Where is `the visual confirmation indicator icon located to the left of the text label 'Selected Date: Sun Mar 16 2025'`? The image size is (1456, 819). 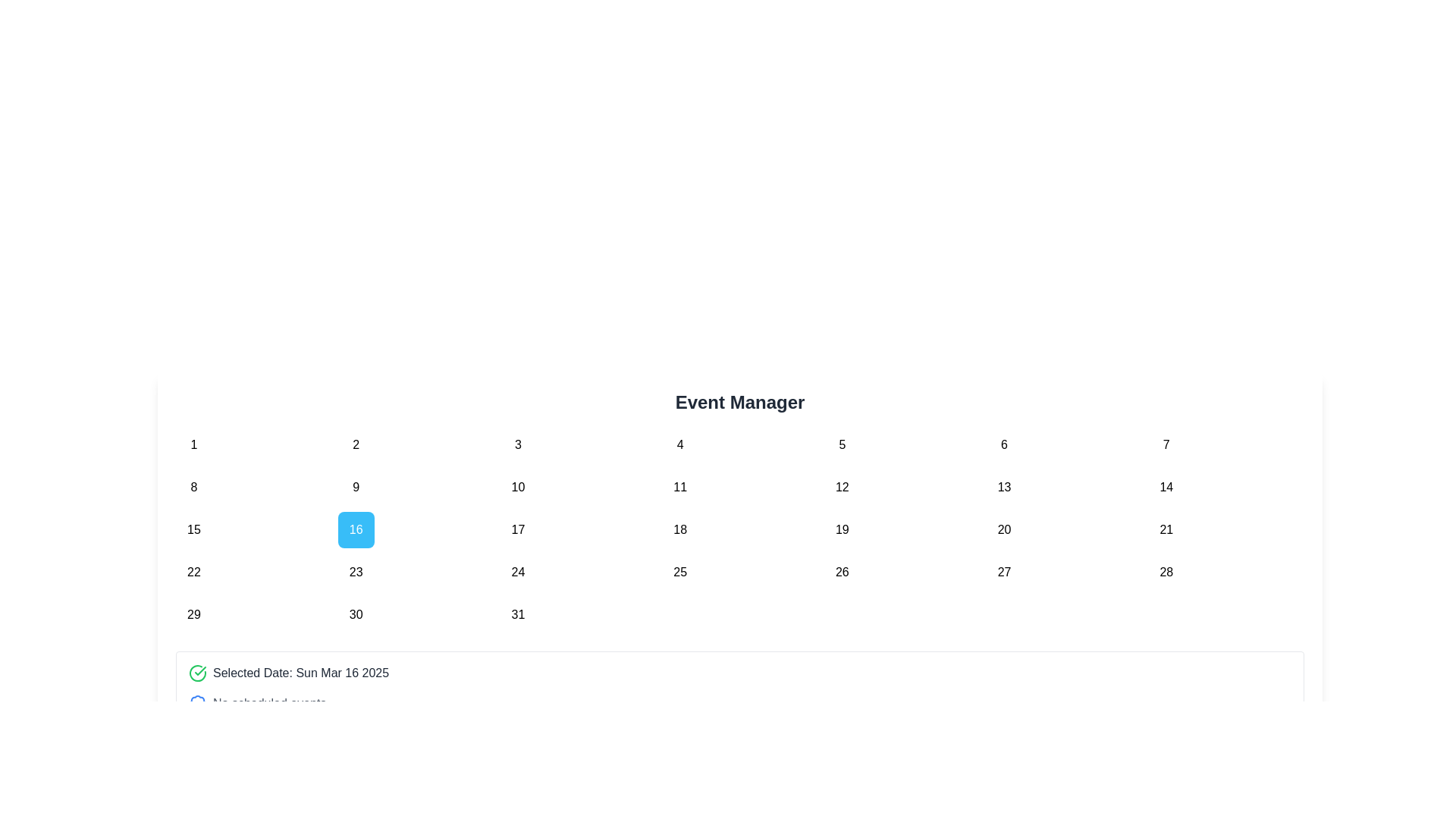 the visual confirmation indicator icon located to the left of the text label 'Selected Date: Sun Mar 16 2025' is located at coordinates (196, 672).